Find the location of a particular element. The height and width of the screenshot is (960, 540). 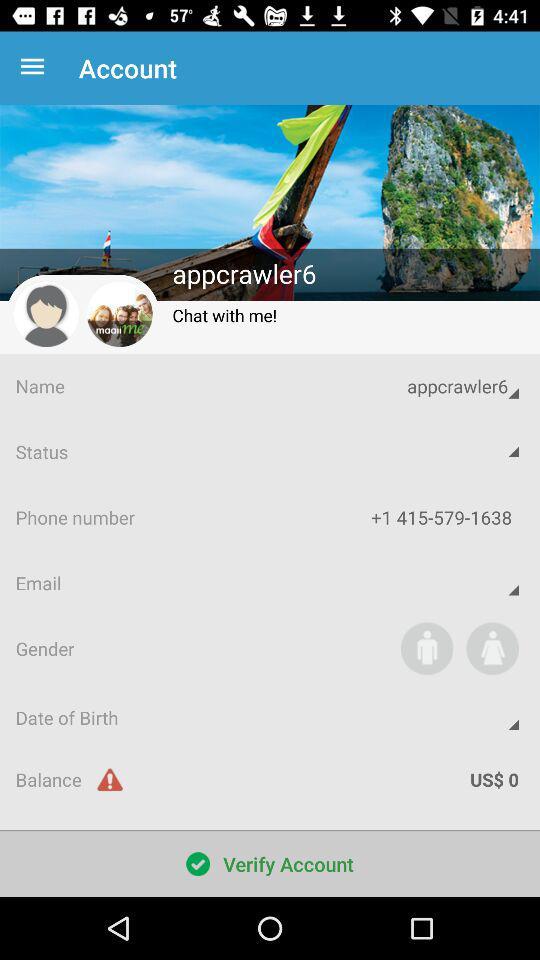

the verify account icon is located at coordinates (270, 863).